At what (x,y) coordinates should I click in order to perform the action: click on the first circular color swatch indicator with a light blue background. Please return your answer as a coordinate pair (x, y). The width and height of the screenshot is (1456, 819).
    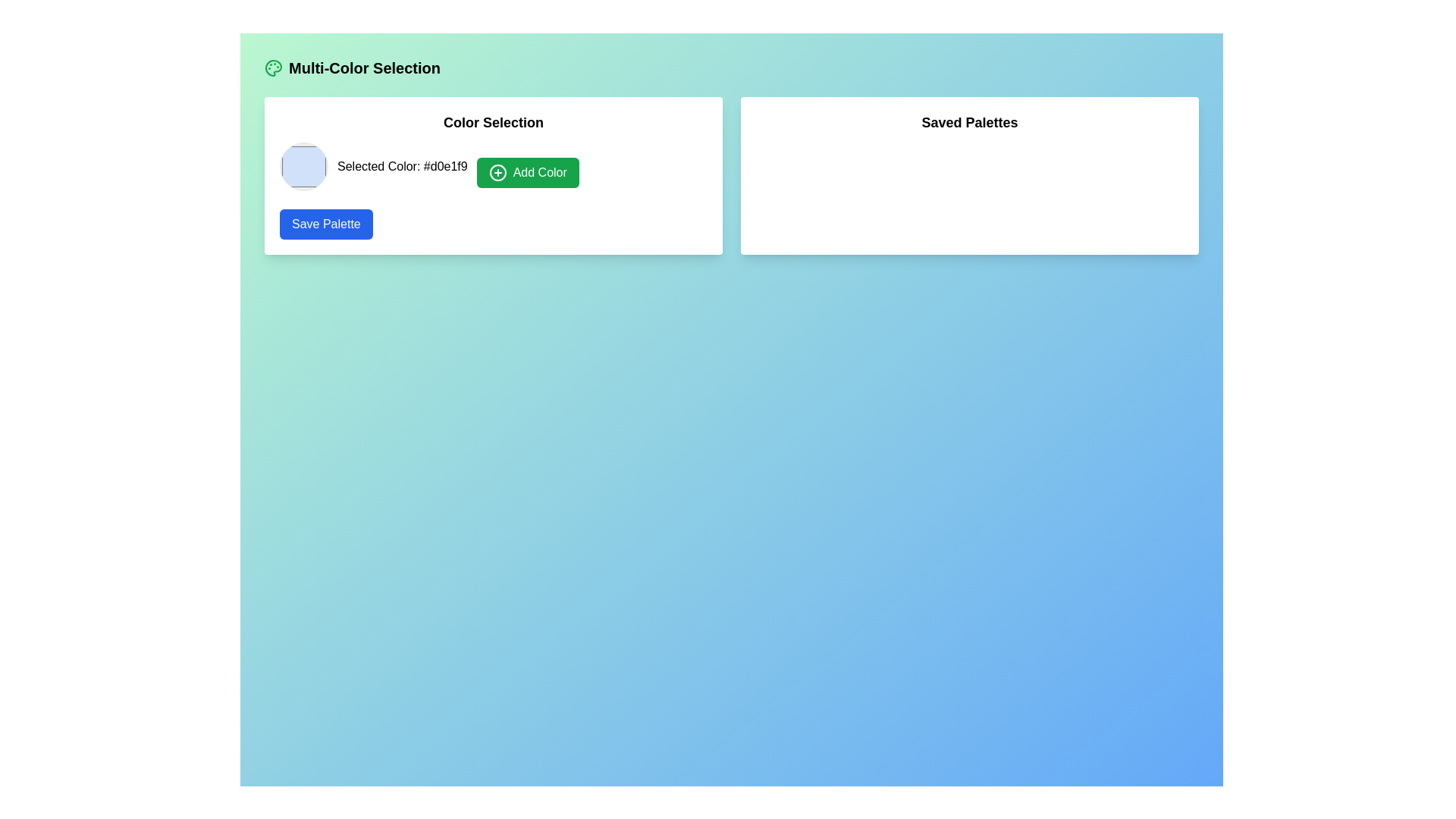
    Looking at the image, I should click on (303, 166).